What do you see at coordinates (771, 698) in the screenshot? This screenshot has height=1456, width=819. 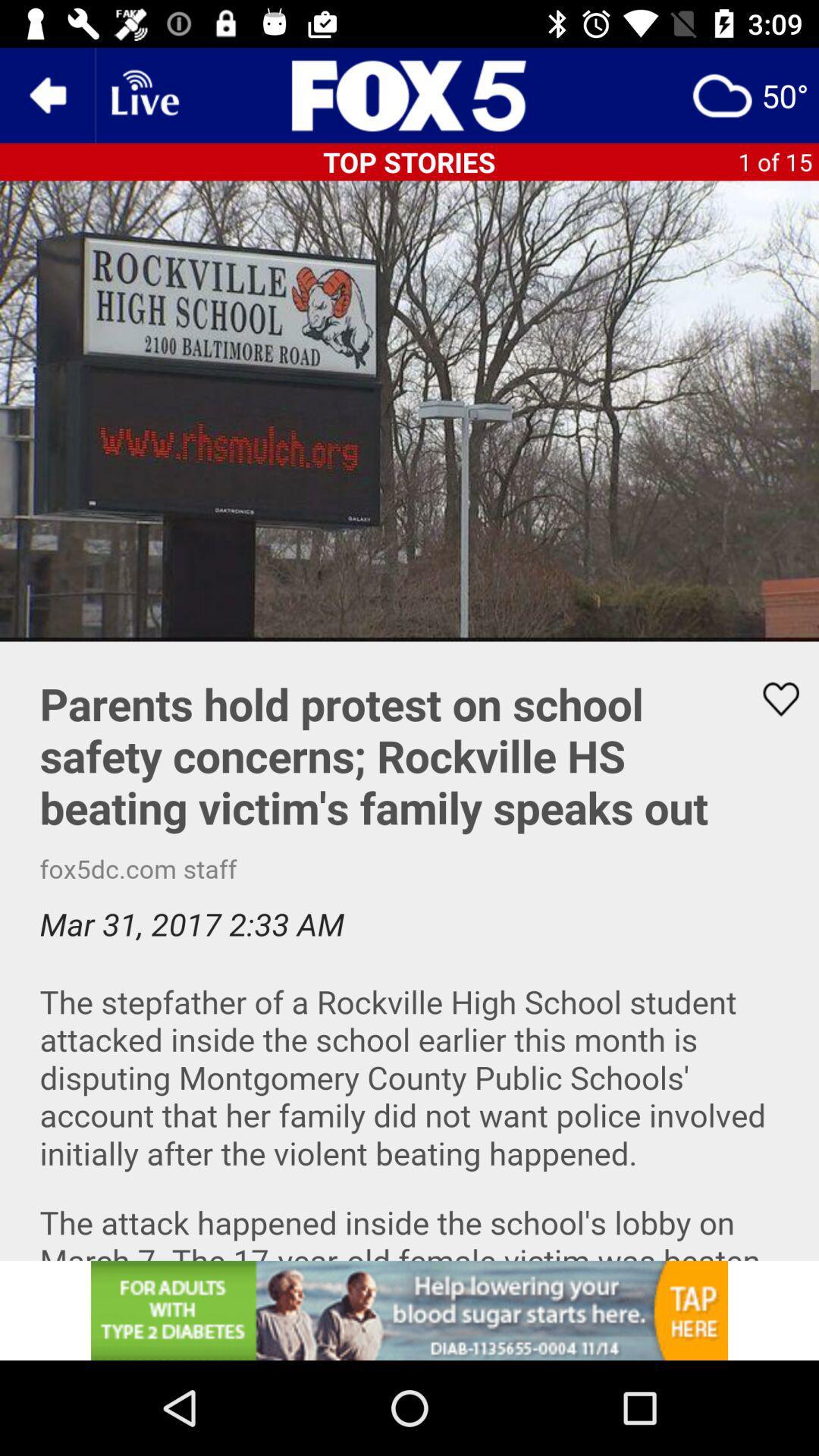 I see `favorites option` at bounding box center [771, 698].